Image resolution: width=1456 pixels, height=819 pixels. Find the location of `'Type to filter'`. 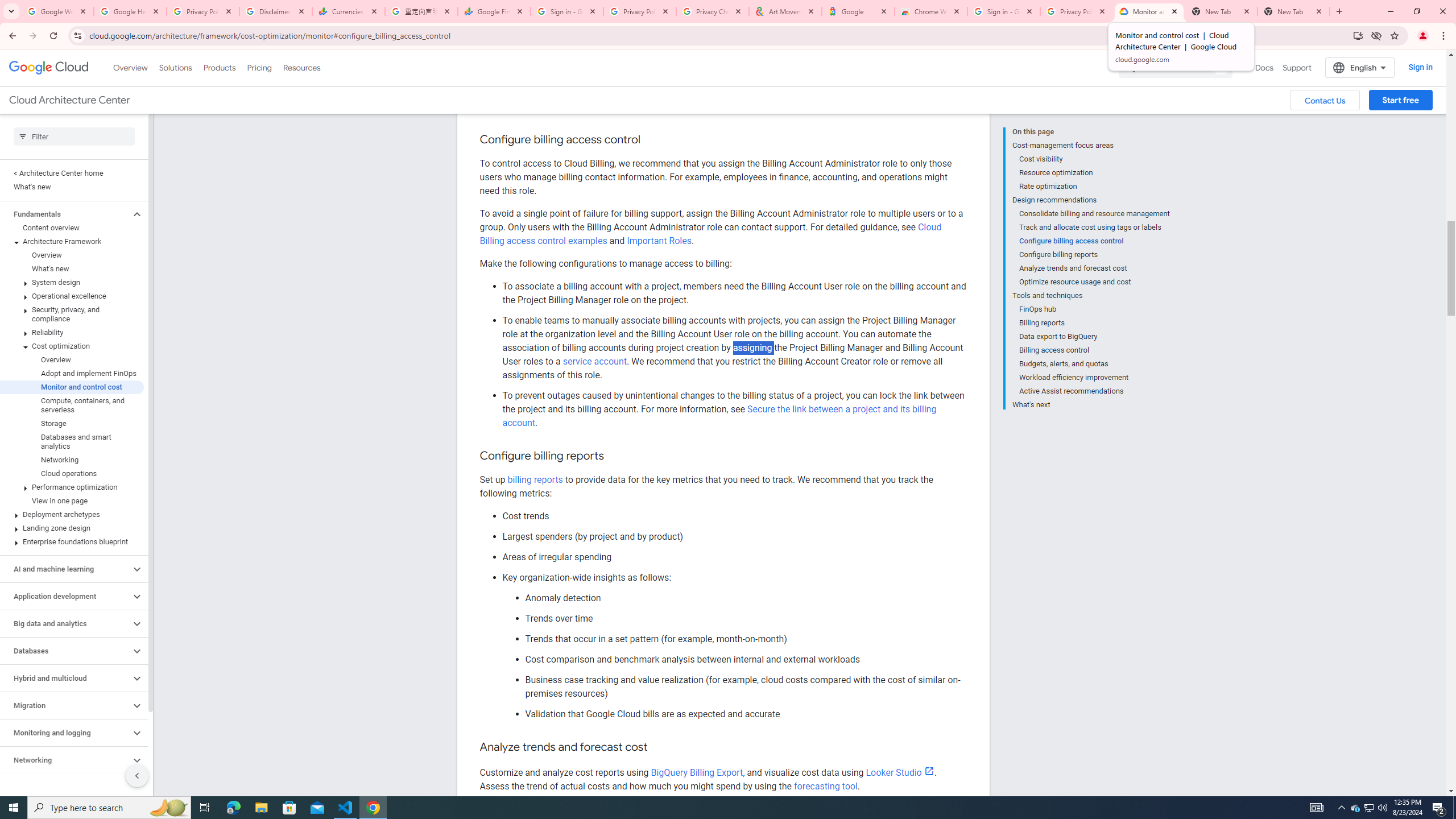

'Type to filter' is located at coordinates (74, 136).